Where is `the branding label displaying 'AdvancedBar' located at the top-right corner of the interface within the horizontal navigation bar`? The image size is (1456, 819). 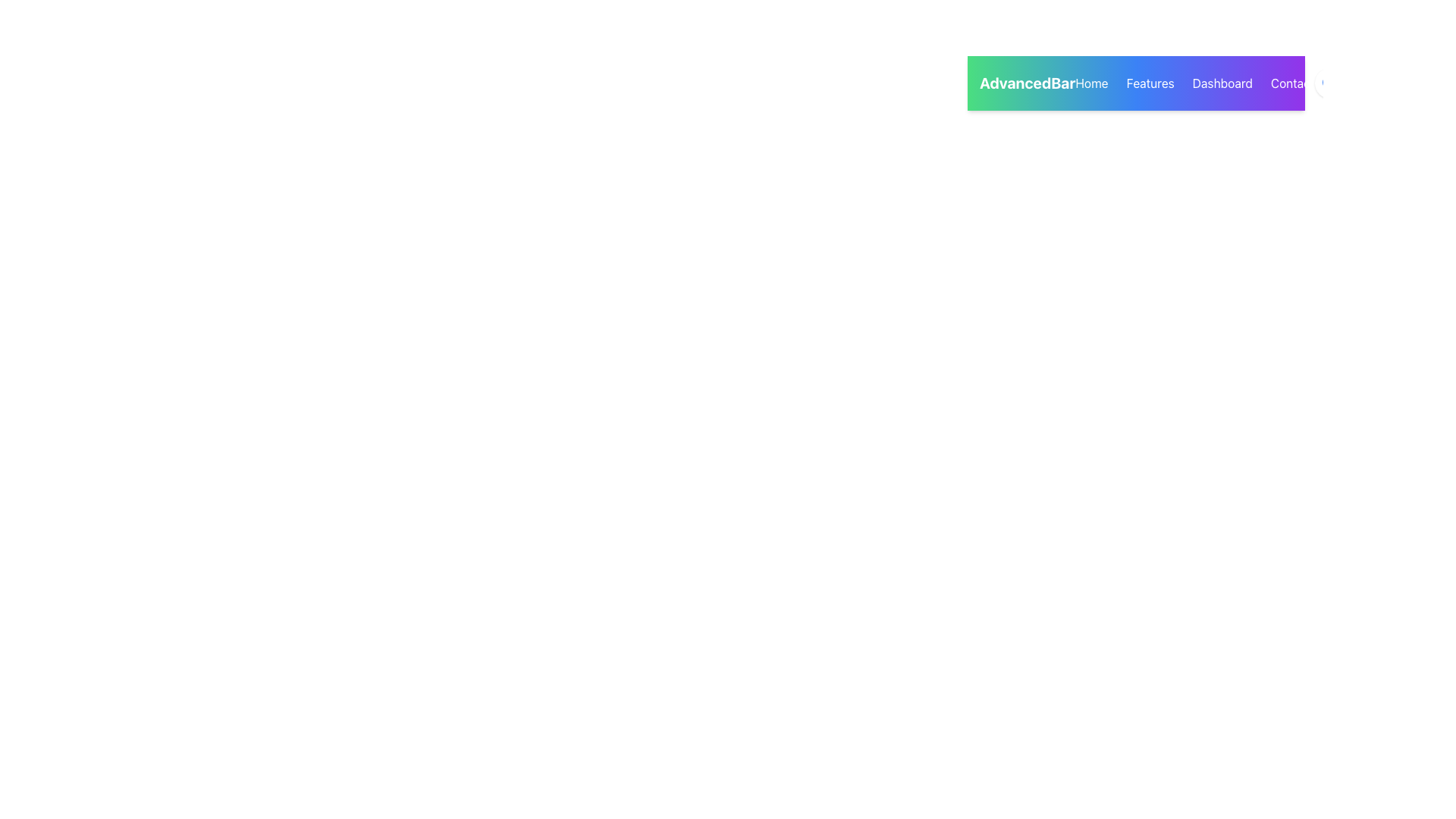 the branding label displaying 'AdvancedBar' located at the top-right corner of the interface within the horizontal navigation bar is located at coordinates (1028, 83).